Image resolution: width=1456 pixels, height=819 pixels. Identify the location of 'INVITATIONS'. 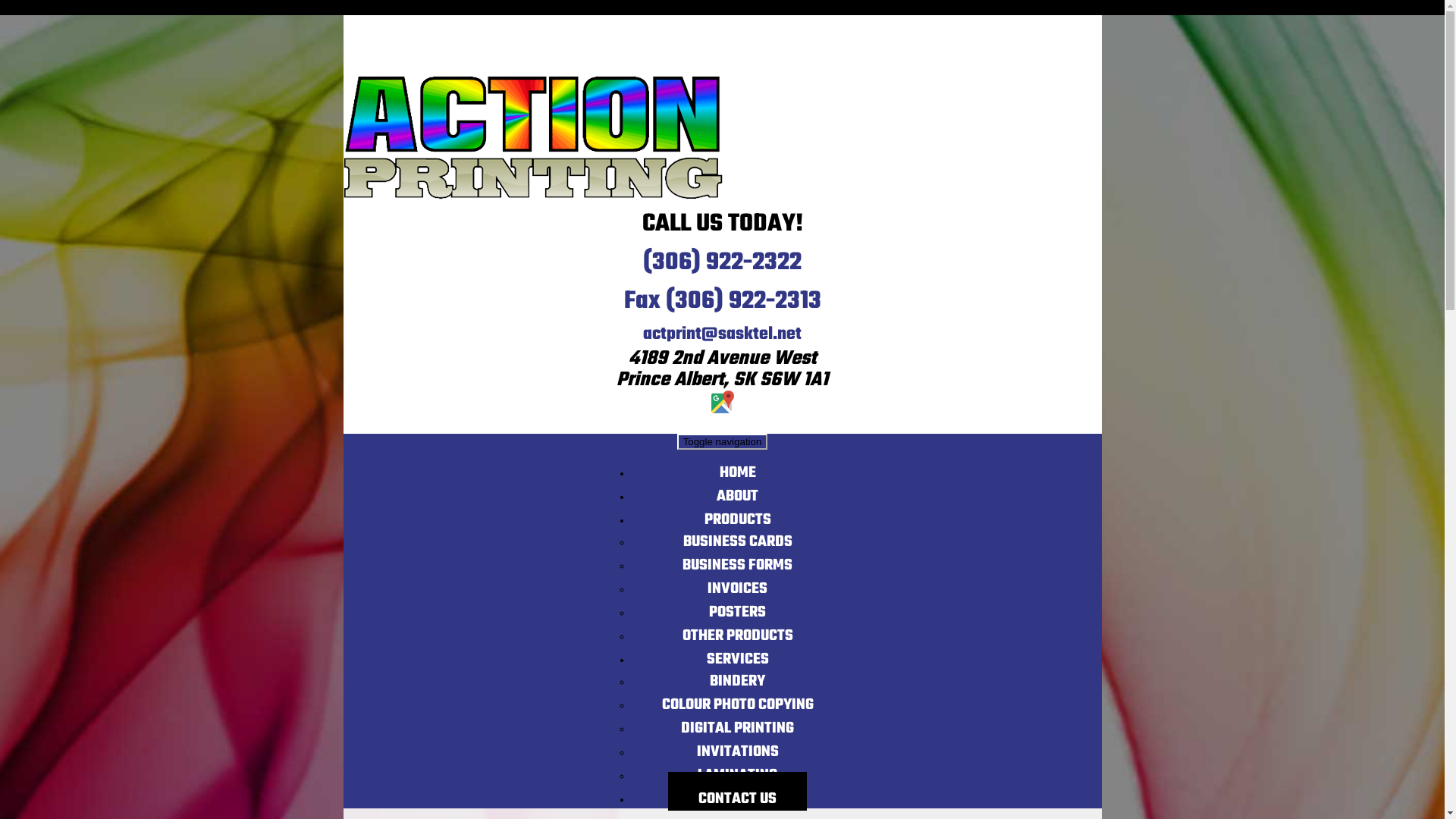
(666, 743).